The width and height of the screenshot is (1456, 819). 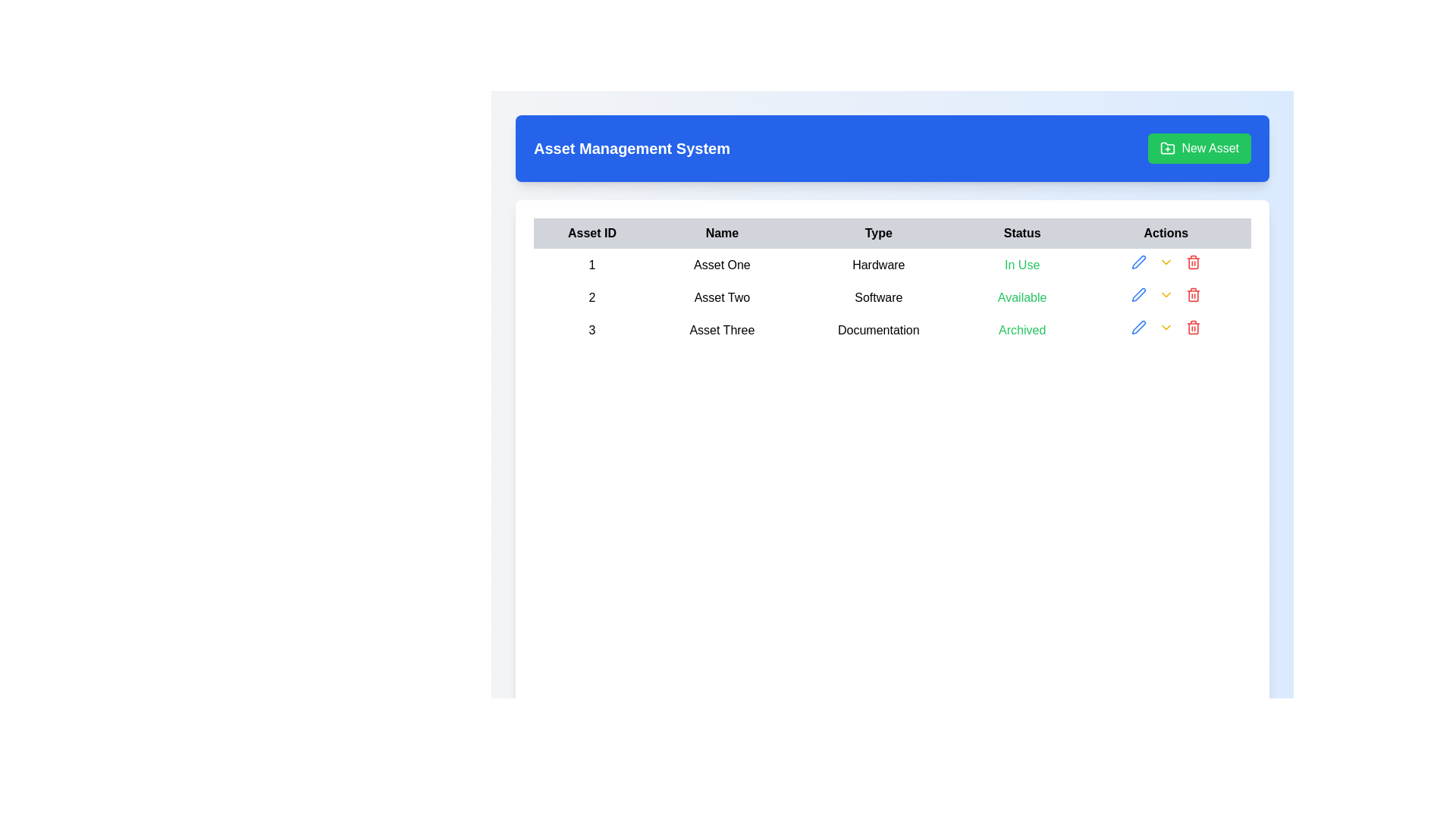 I want to click on the second row of the table in the 'Asset Management System' displaying information about 'Asset Two', so click(x=892, y=297).